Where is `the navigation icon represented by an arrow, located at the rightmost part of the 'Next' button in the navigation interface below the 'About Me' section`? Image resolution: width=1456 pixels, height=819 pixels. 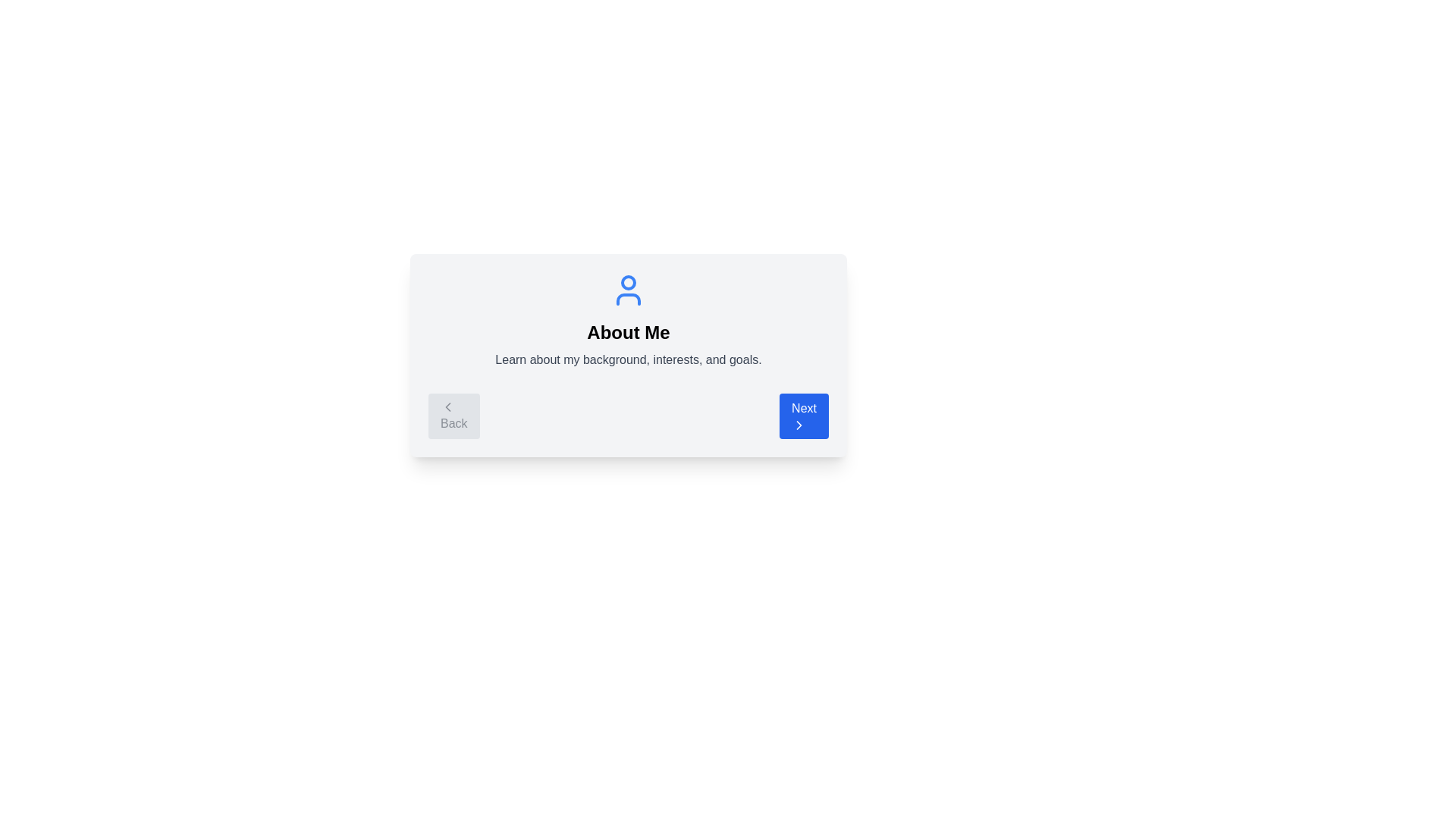
the navigation icon represented by an arrow, located at the rightmost part of the 'Next' button in the navigation interface below the 'About Me' section is located at coordinates (799, 425).